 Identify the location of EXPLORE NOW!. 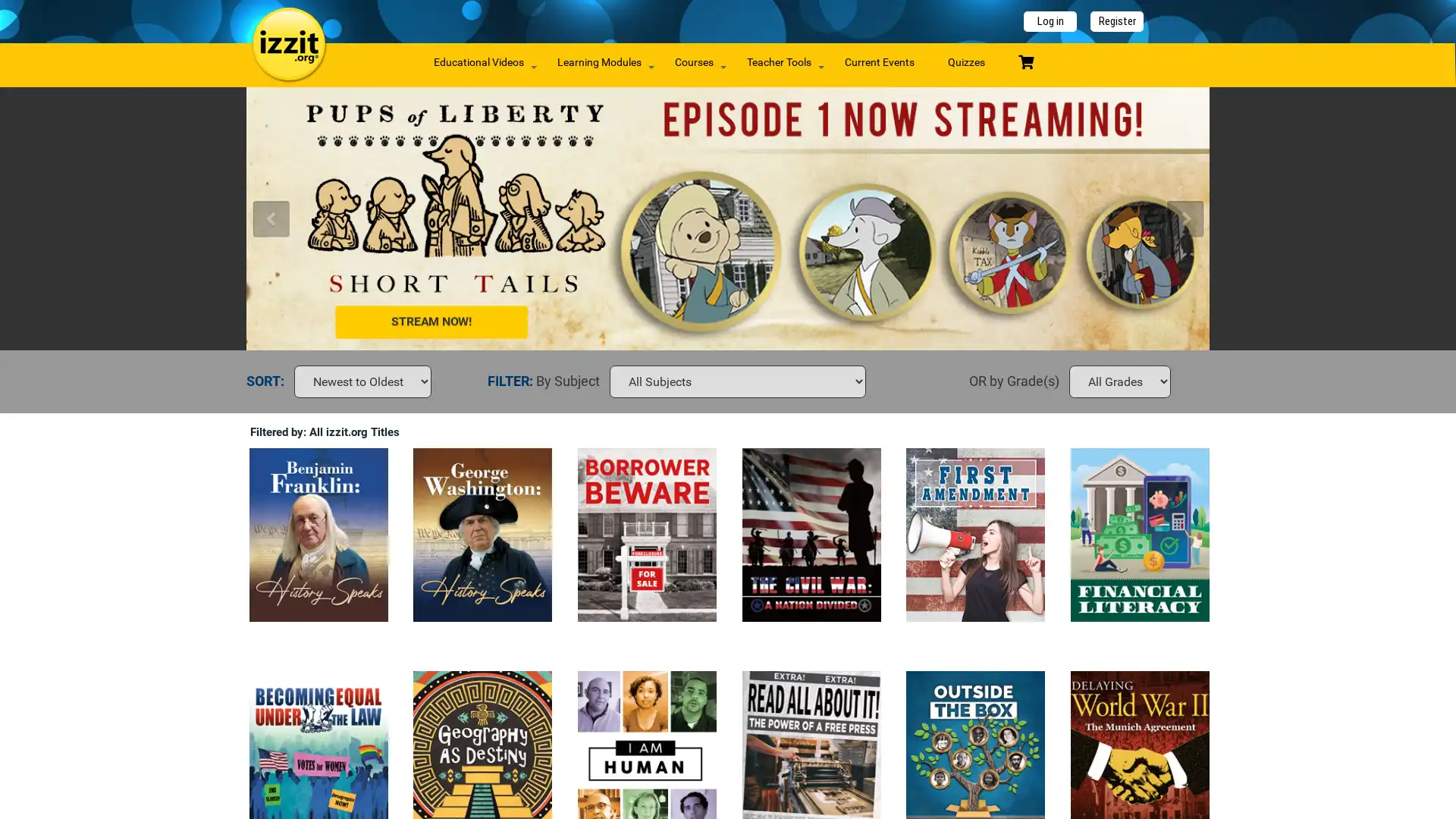
(457, 213).